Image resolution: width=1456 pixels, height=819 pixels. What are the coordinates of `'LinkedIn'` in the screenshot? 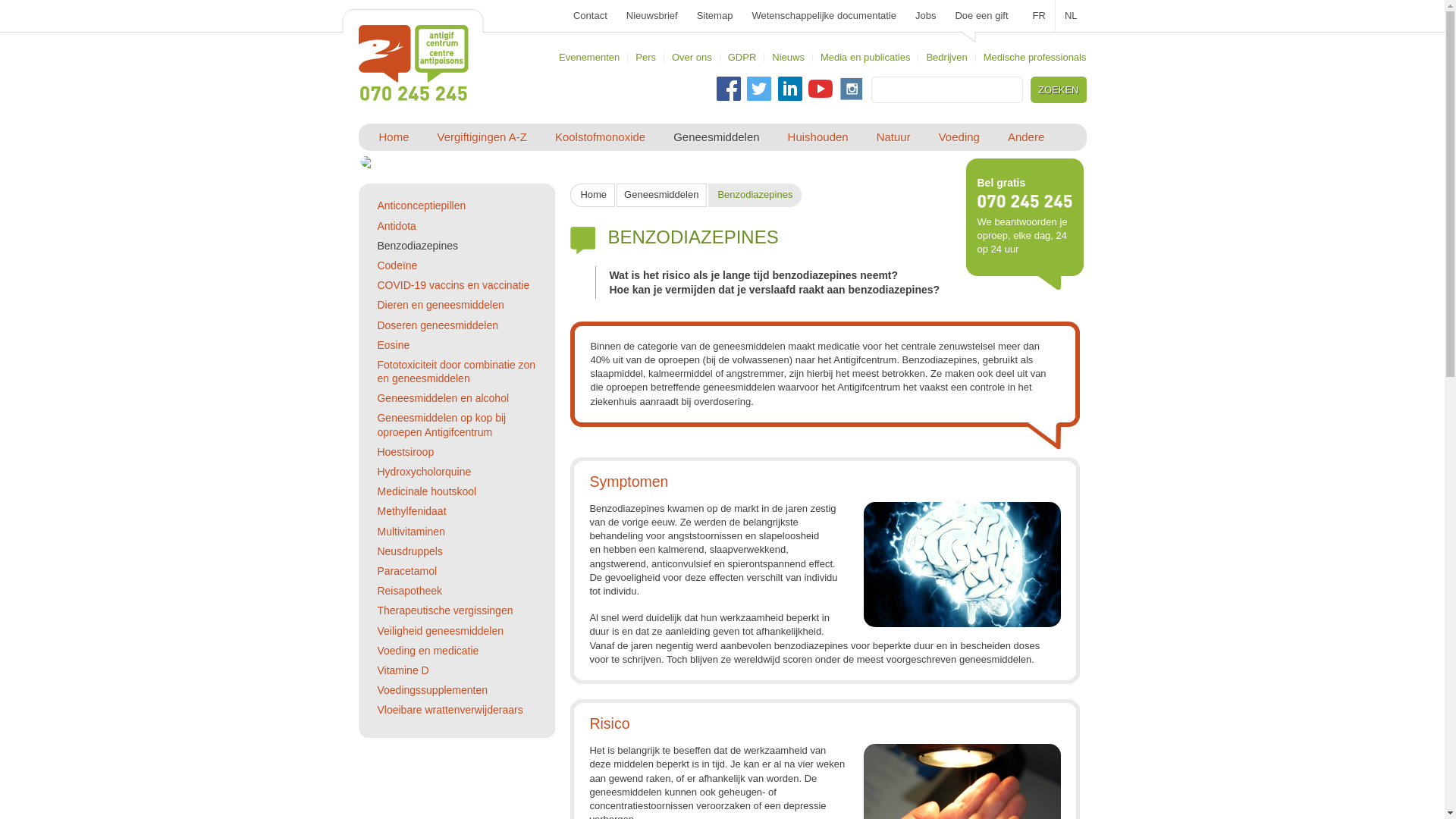 It's located at (778, 88).